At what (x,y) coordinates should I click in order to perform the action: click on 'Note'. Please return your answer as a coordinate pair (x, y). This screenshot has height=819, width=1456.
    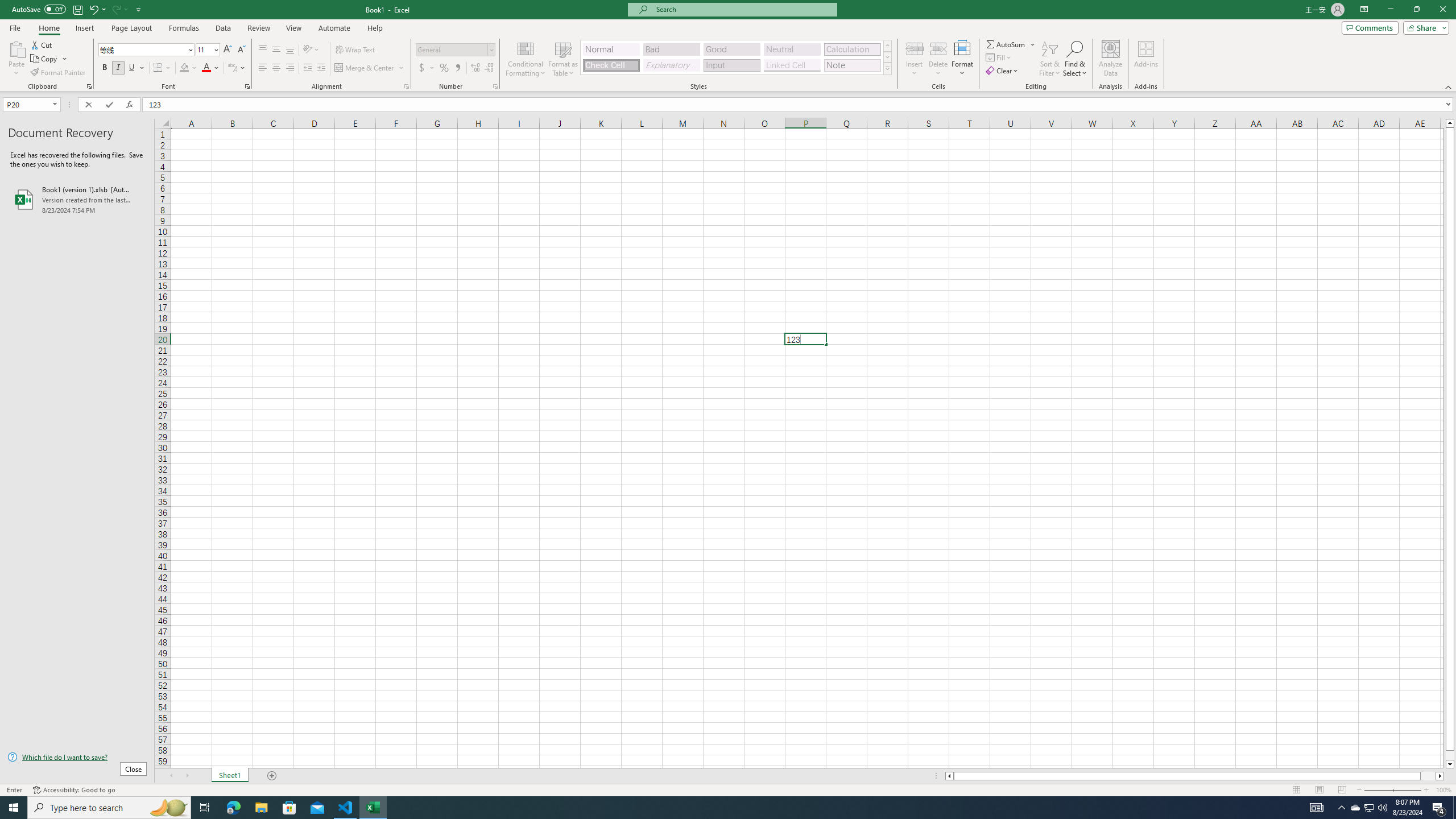
    Looking at the image, I should click on (851, 65).